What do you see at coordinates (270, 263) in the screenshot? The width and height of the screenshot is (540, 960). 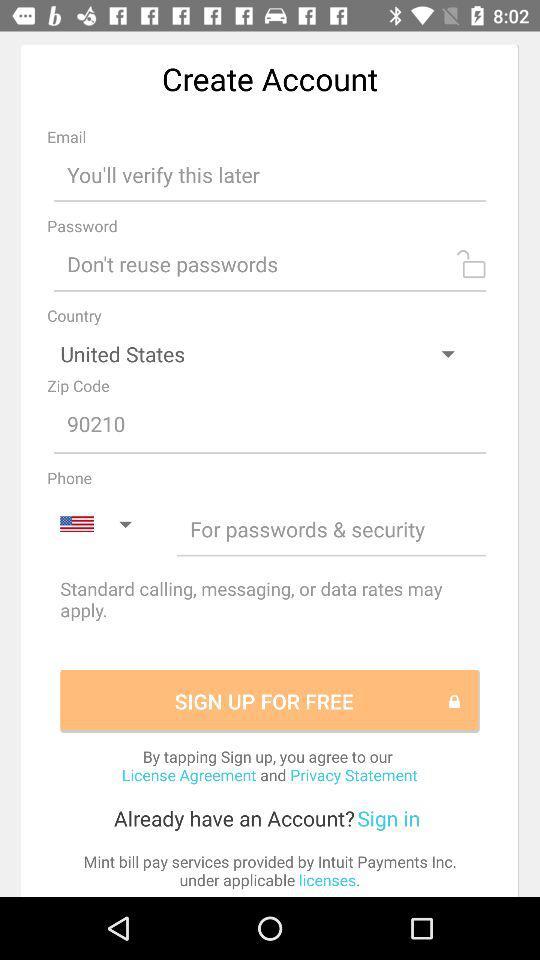 I see `input password` at bounding box center [270, 263].